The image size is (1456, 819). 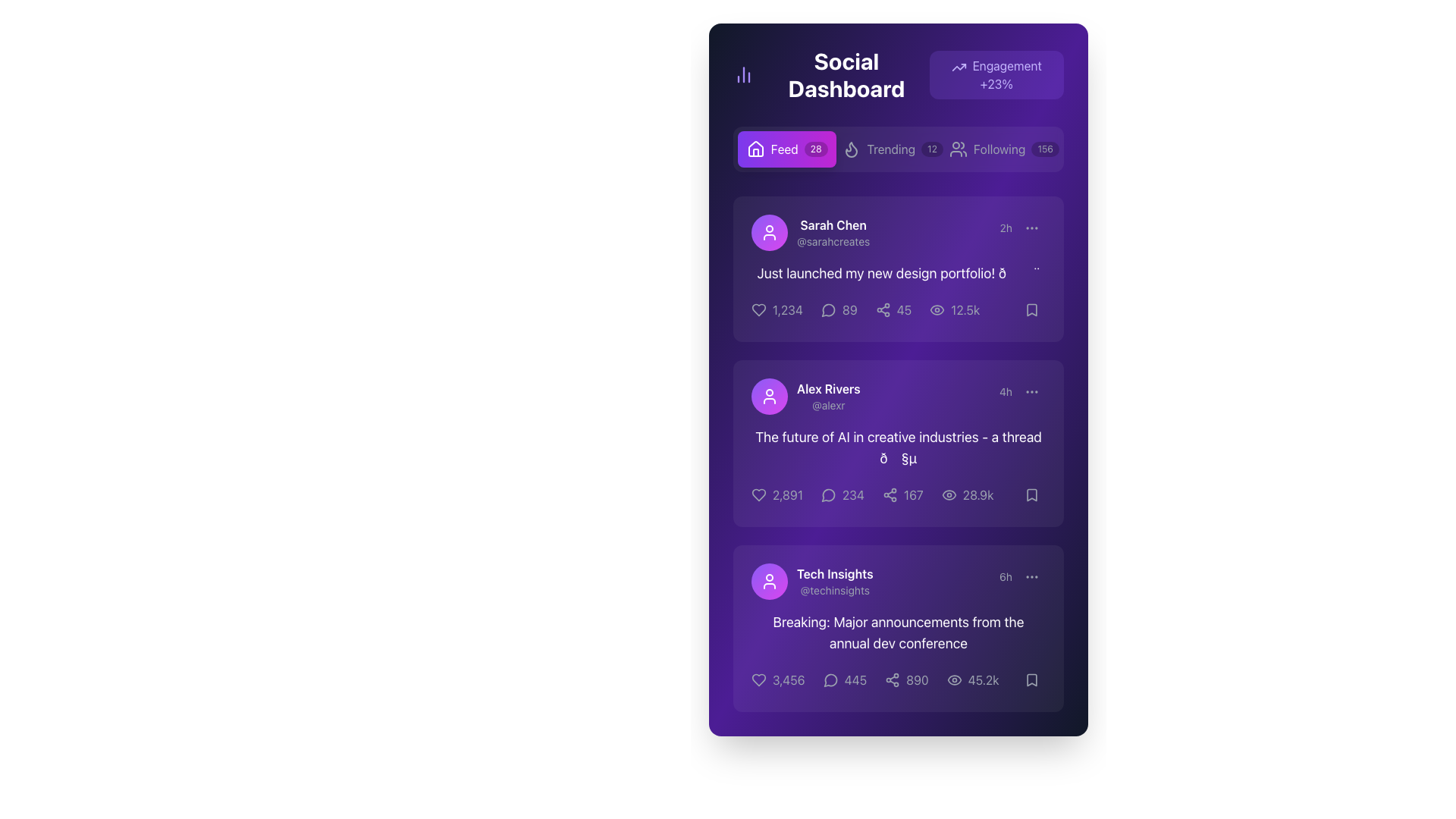 What do you see at coordinates (849, 309) in the screenshot?
I see `the comment count indicator located directly to the right of the comment icon in the interaction bar of the first post in the feed` at bounding box center [849, 309].